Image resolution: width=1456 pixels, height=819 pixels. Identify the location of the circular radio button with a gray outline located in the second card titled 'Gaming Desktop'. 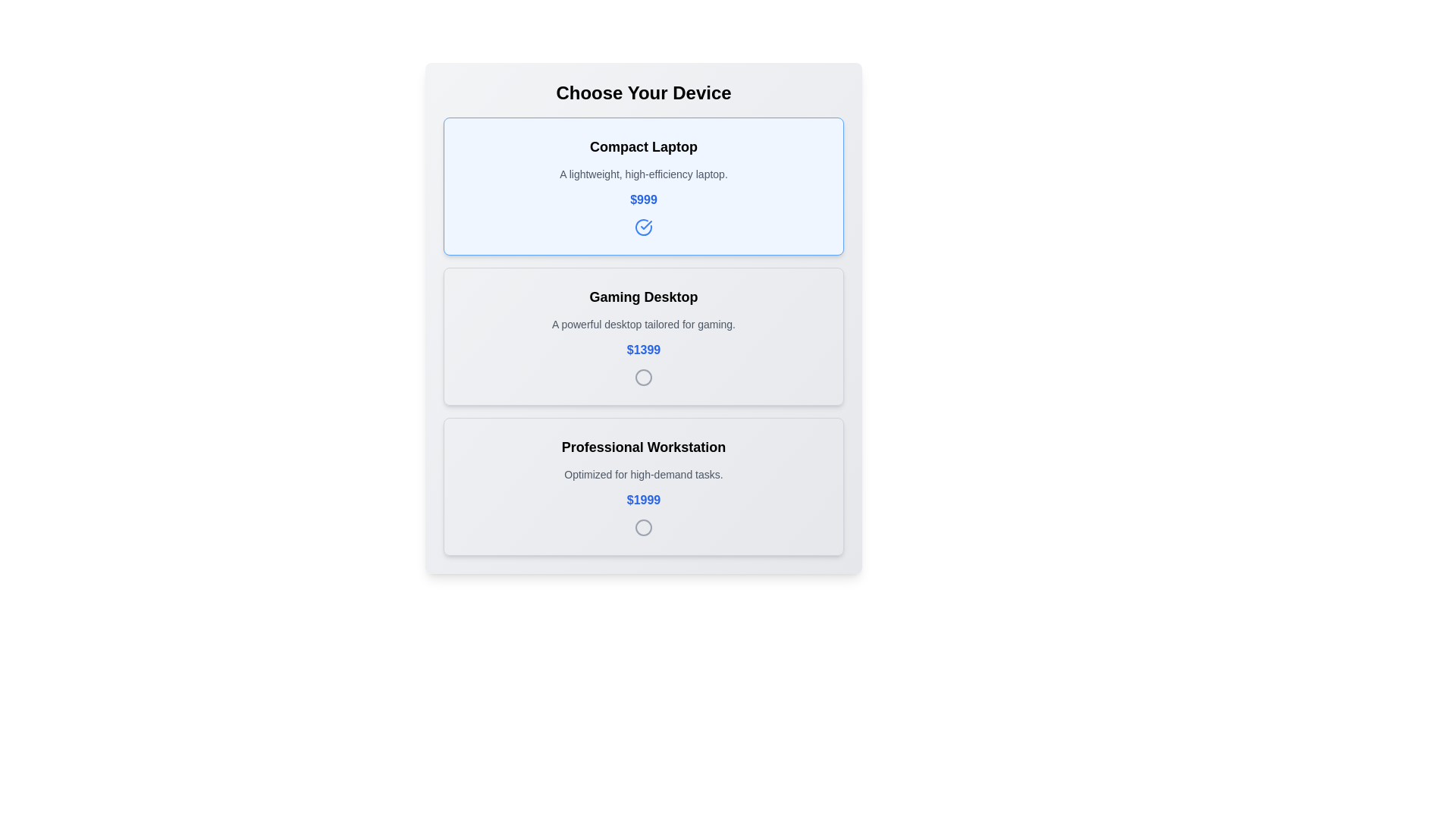
(644, 376).